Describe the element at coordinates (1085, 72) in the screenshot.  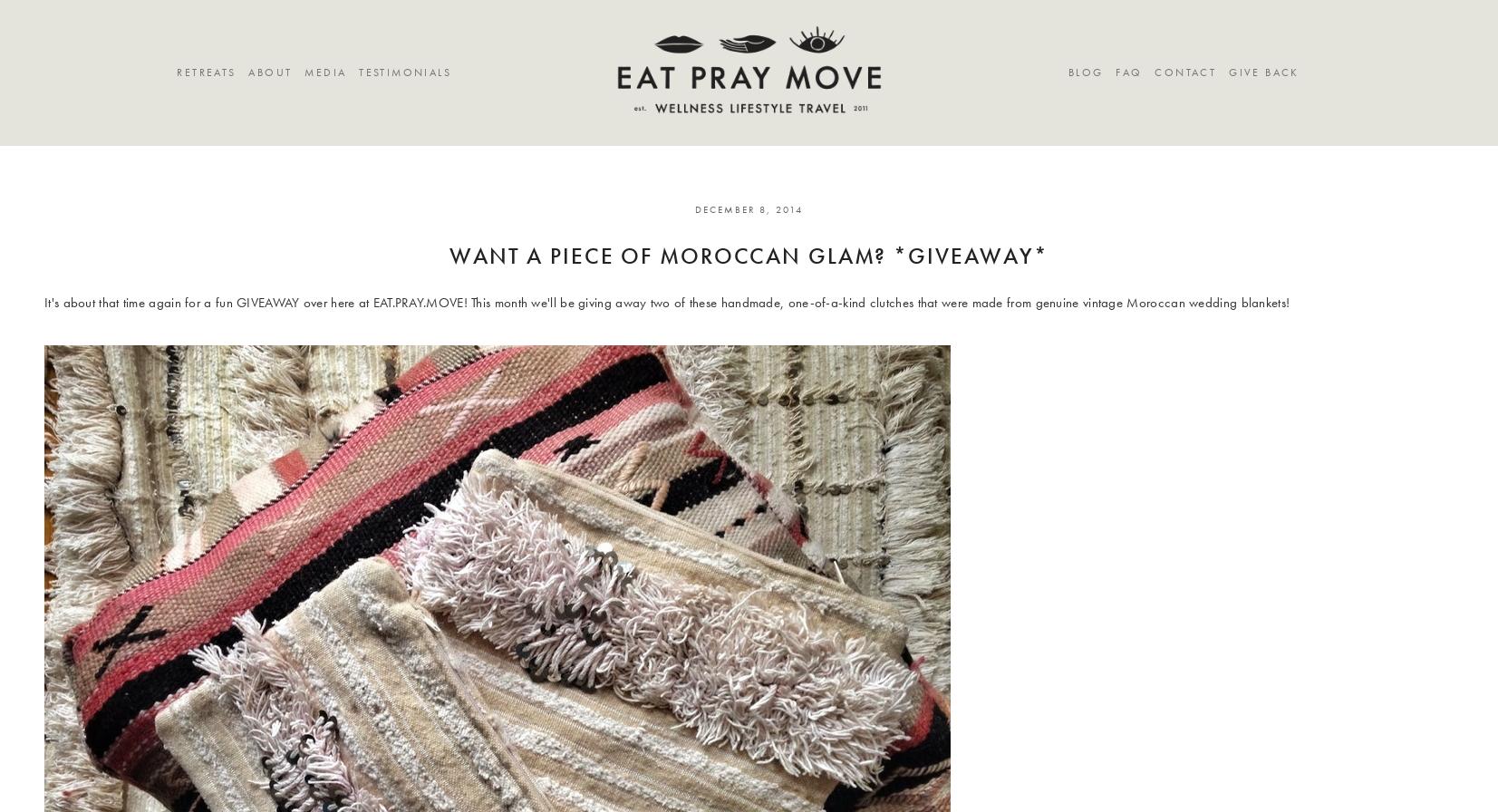
I see `'BLOG'` at that location.